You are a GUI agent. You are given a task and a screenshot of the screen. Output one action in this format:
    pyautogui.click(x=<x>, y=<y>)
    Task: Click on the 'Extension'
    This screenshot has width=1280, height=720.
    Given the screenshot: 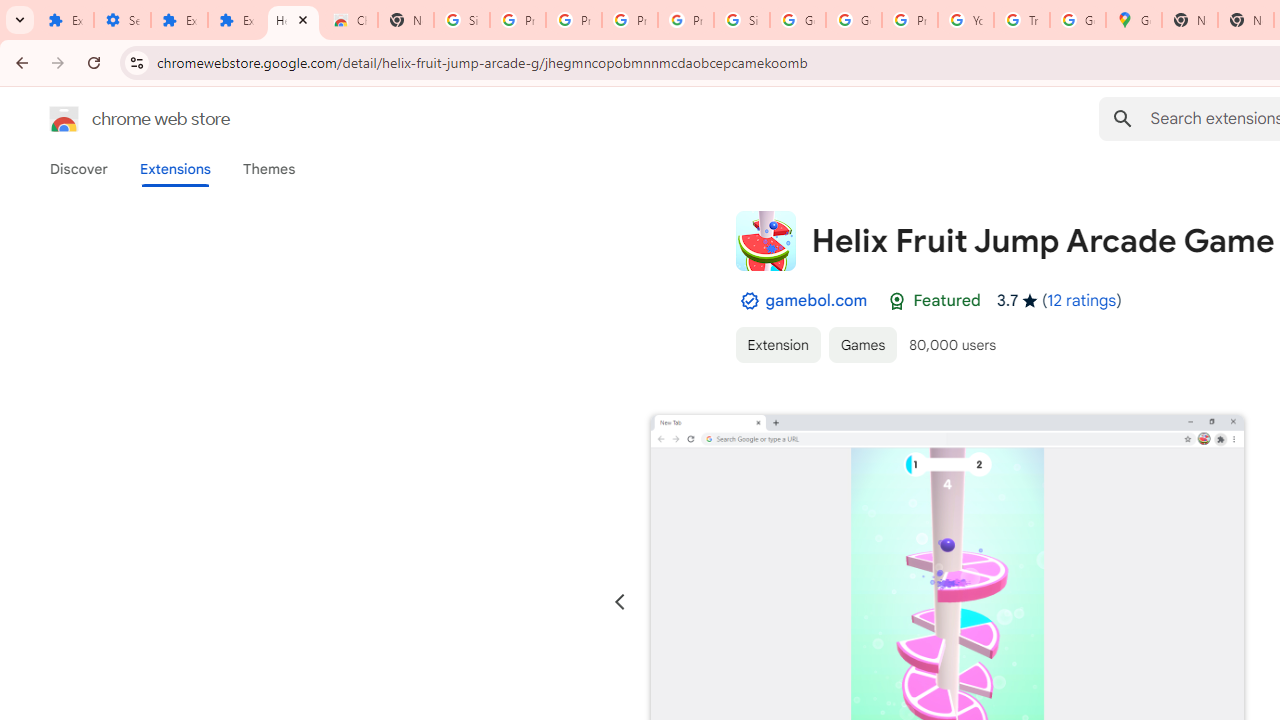 What is the action you would take?
    pyautogui.click(x=776, y=343)
    